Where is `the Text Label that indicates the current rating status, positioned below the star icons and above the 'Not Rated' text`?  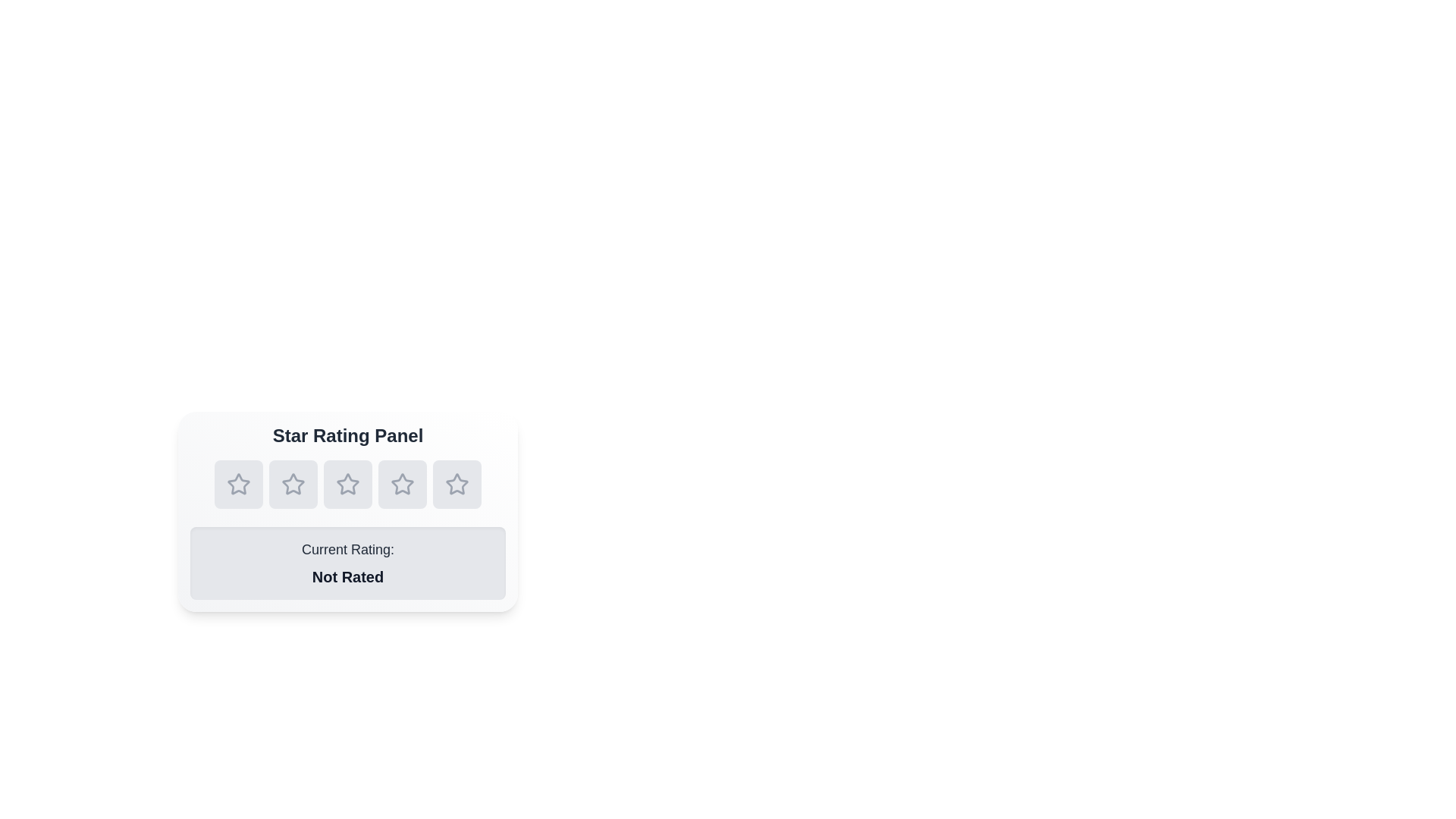 the Text Label that indicates the current rating status, positioned below the star icons and above the 'Not Rated' text is located at coordinates (347, 550).